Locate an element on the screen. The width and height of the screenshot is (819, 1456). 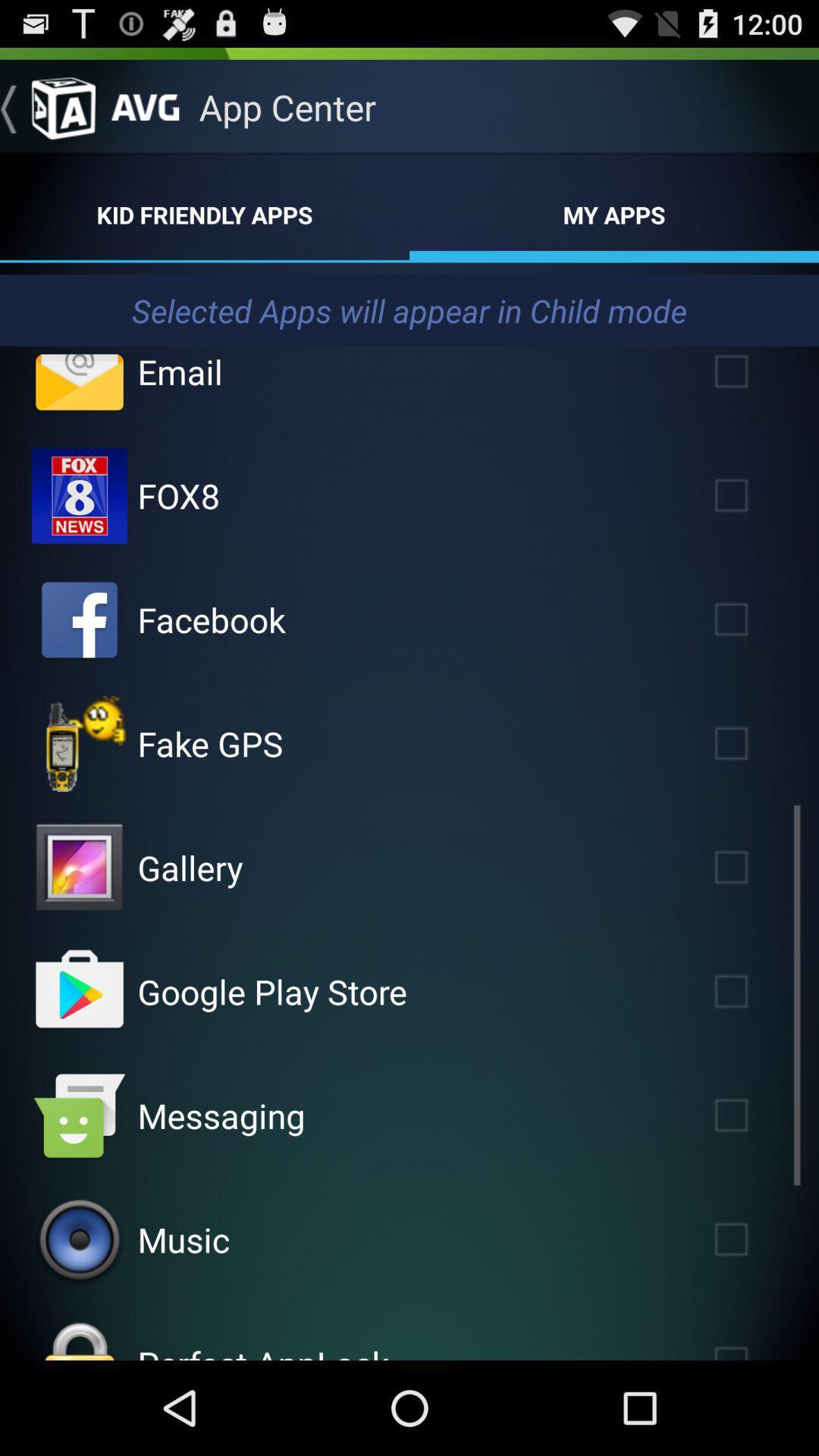
email is located at coordinates (753, 378).